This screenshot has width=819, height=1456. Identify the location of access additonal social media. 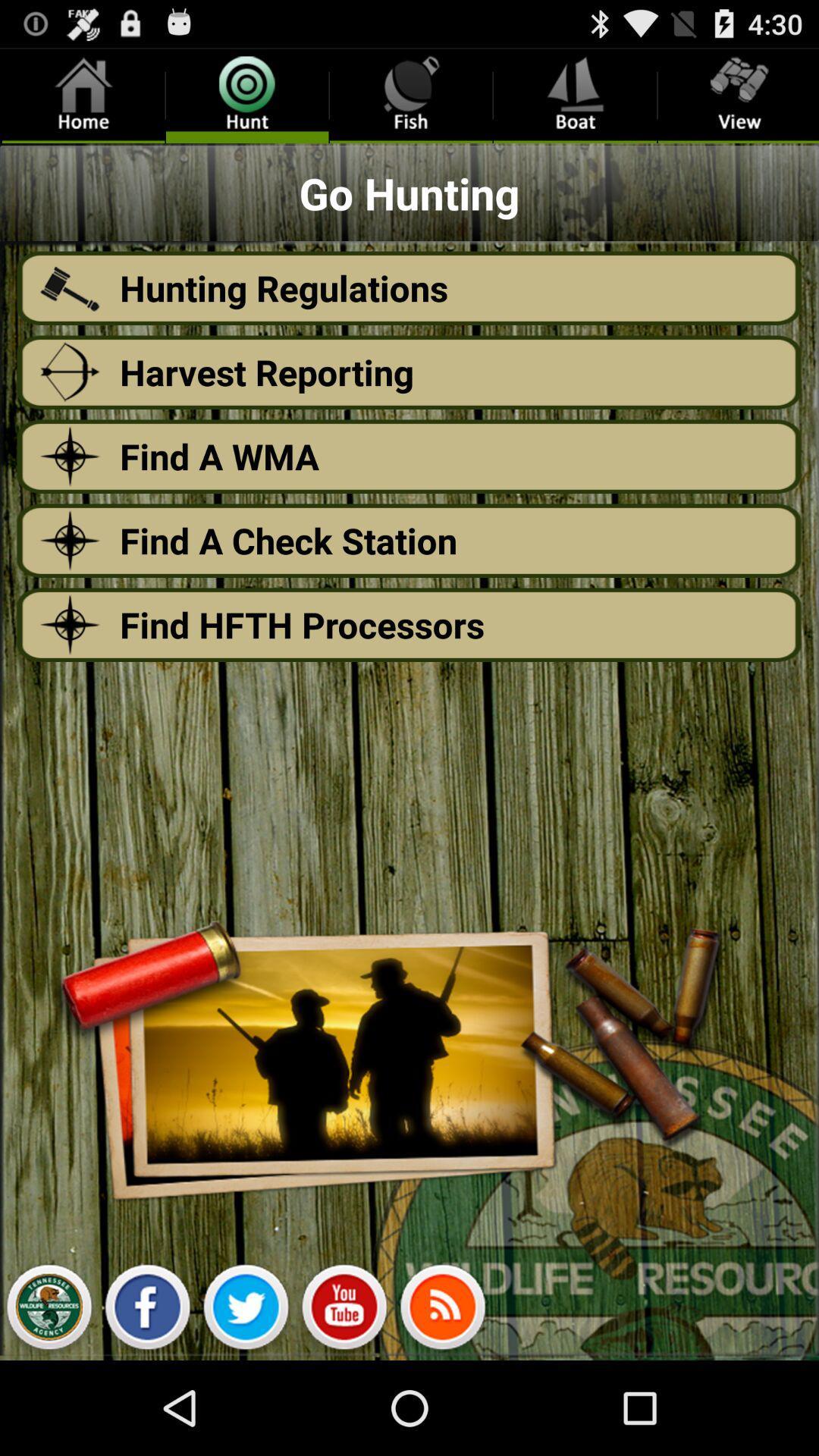
(442, 1310).